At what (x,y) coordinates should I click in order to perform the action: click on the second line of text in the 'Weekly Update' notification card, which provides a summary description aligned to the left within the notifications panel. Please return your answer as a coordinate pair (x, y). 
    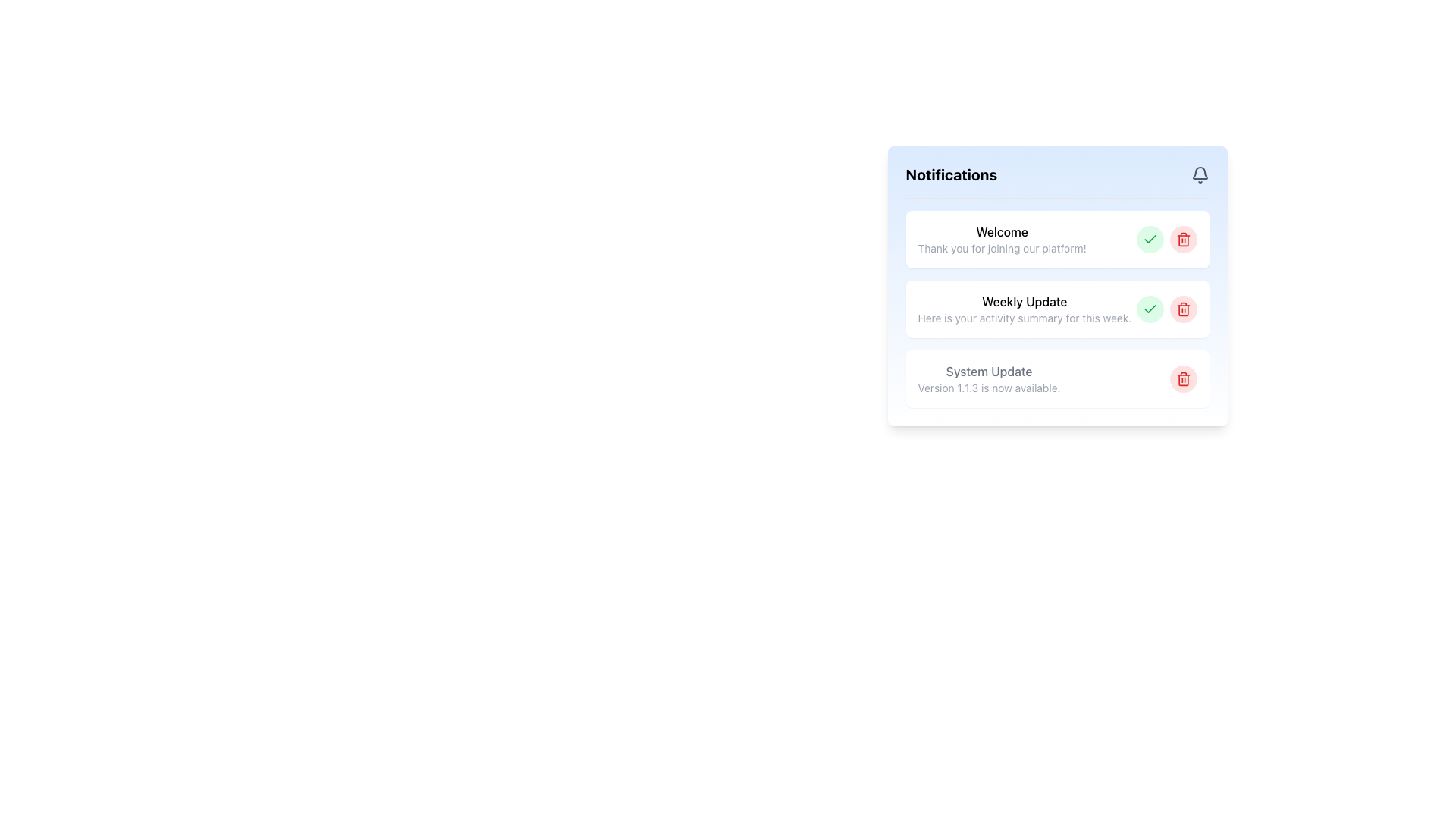
    Looking at the image, I should click on (1025, 318).